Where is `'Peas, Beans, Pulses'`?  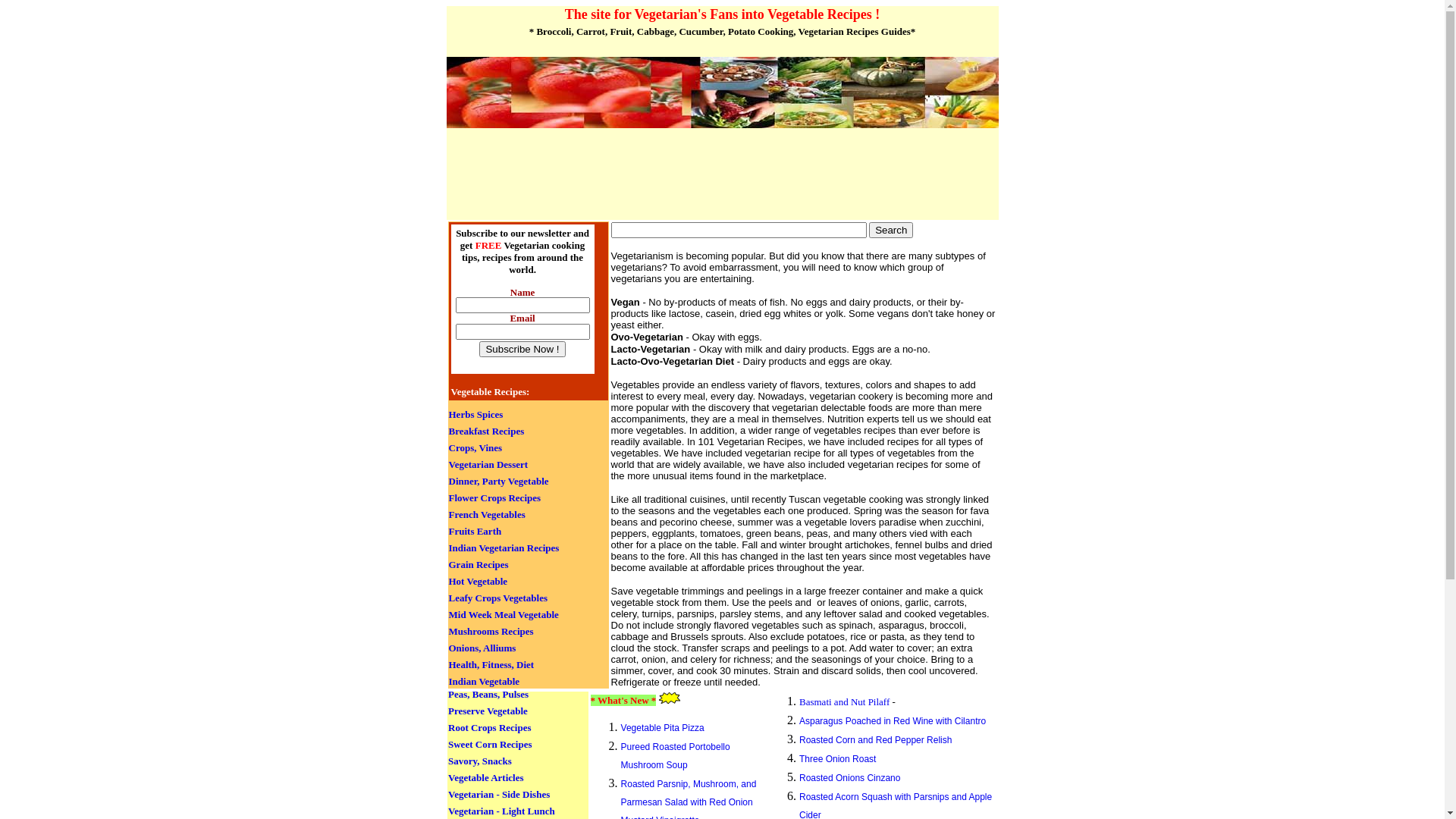 'Peas, Beans, Pulses' is located at coordinates (488, 694).